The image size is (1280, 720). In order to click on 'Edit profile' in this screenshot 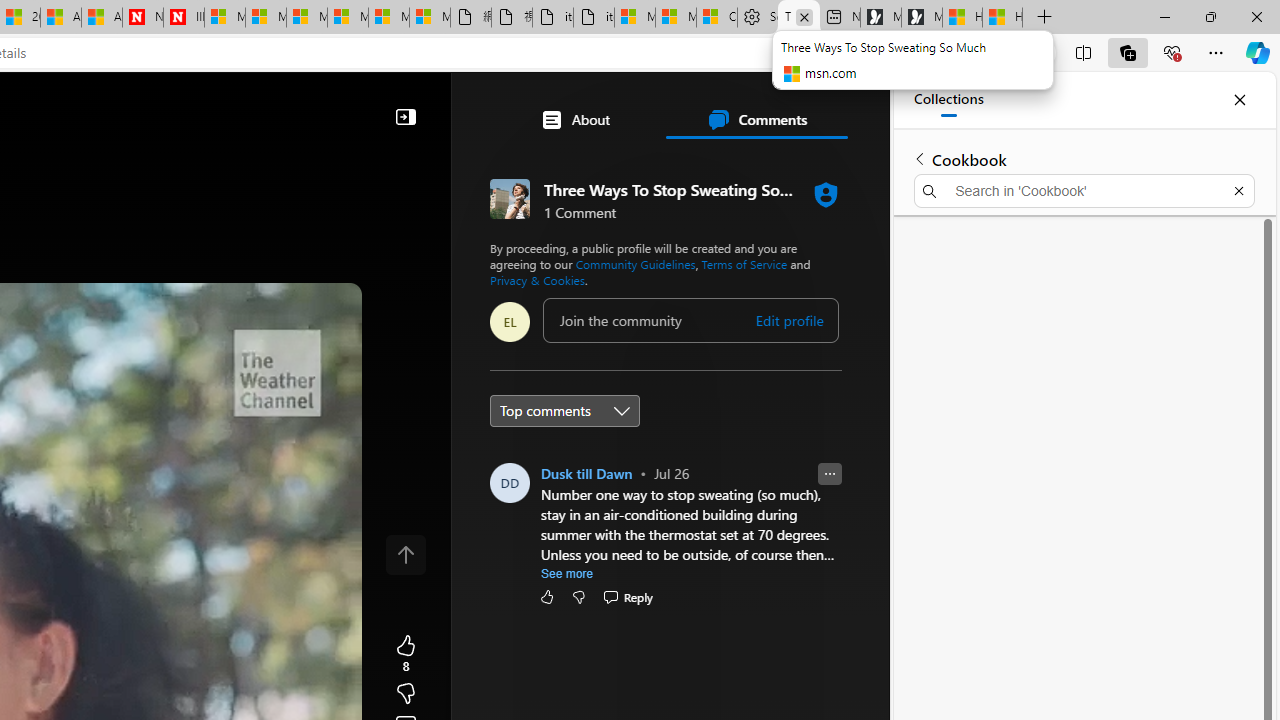, I will do `click(788, 320)`.